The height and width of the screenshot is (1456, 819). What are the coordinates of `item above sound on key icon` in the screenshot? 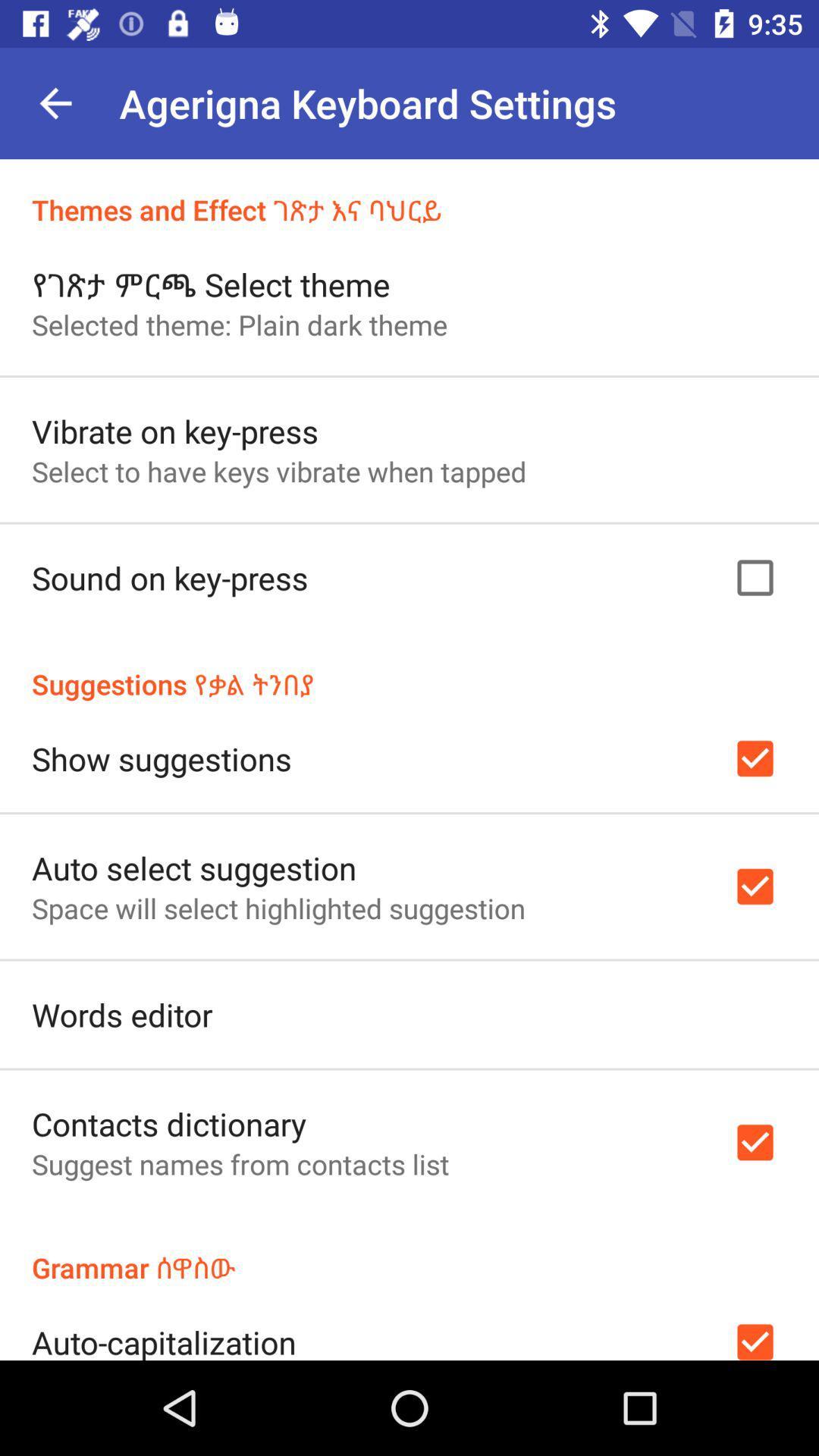 It's located at (279, 470).